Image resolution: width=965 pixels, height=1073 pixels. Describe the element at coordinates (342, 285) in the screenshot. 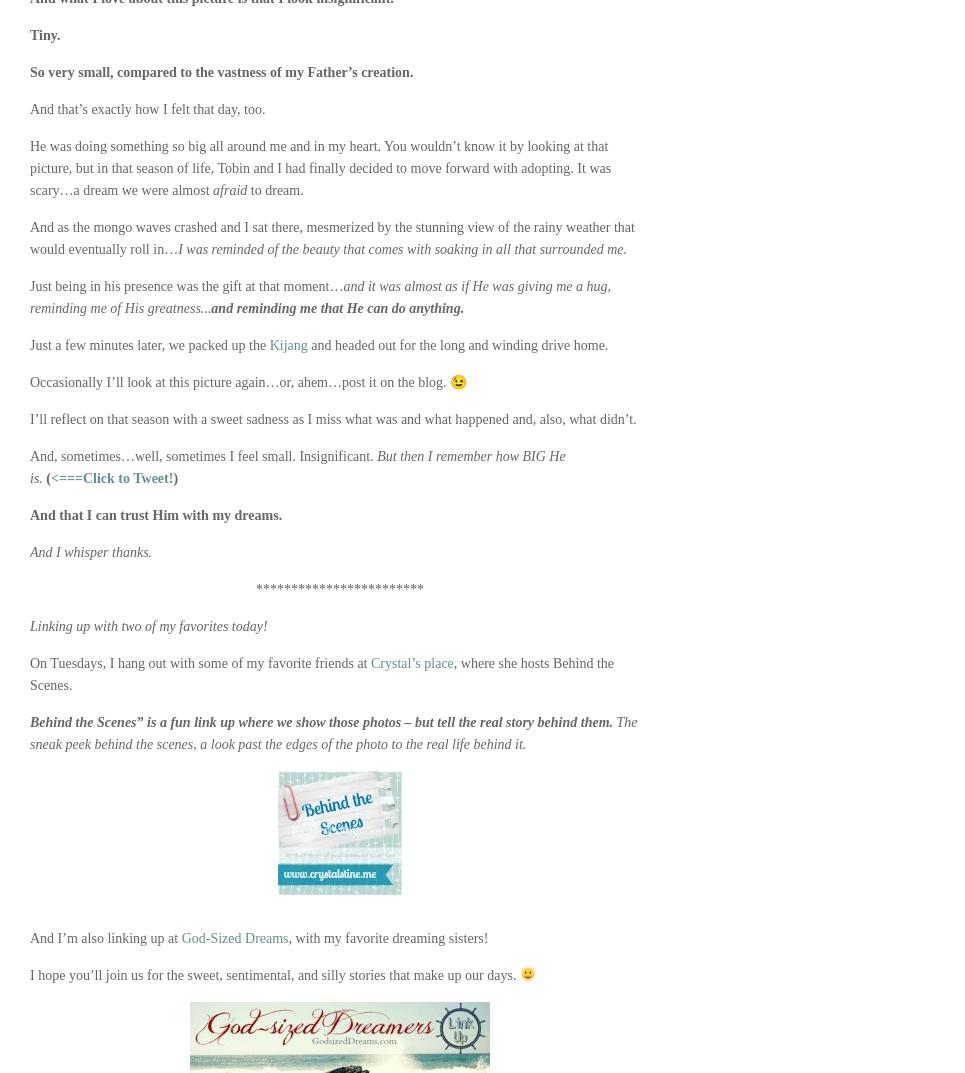

I see `'and it'` at that location.